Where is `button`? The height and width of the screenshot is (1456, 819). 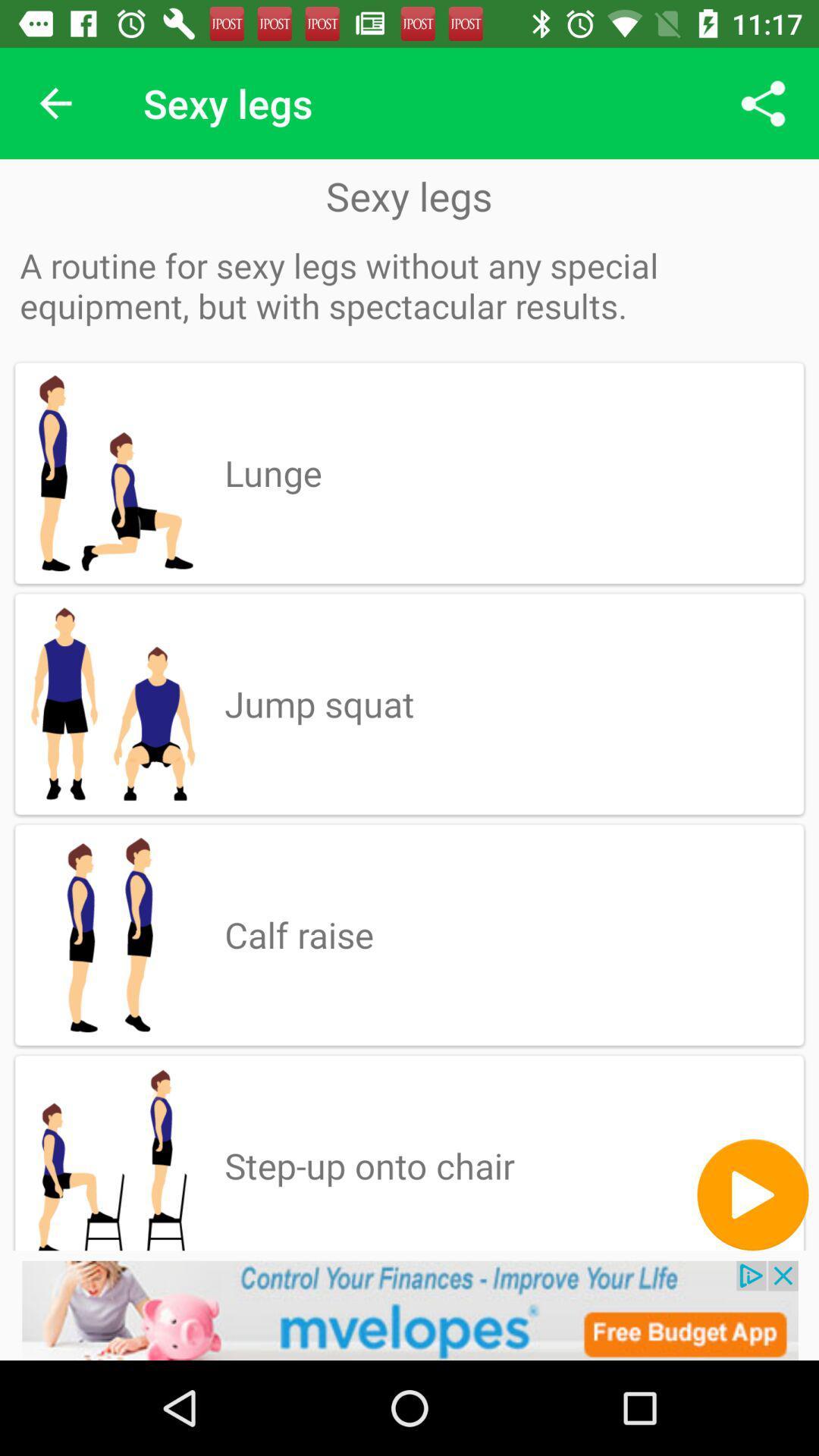
button is located at coordinates (752, 1194).